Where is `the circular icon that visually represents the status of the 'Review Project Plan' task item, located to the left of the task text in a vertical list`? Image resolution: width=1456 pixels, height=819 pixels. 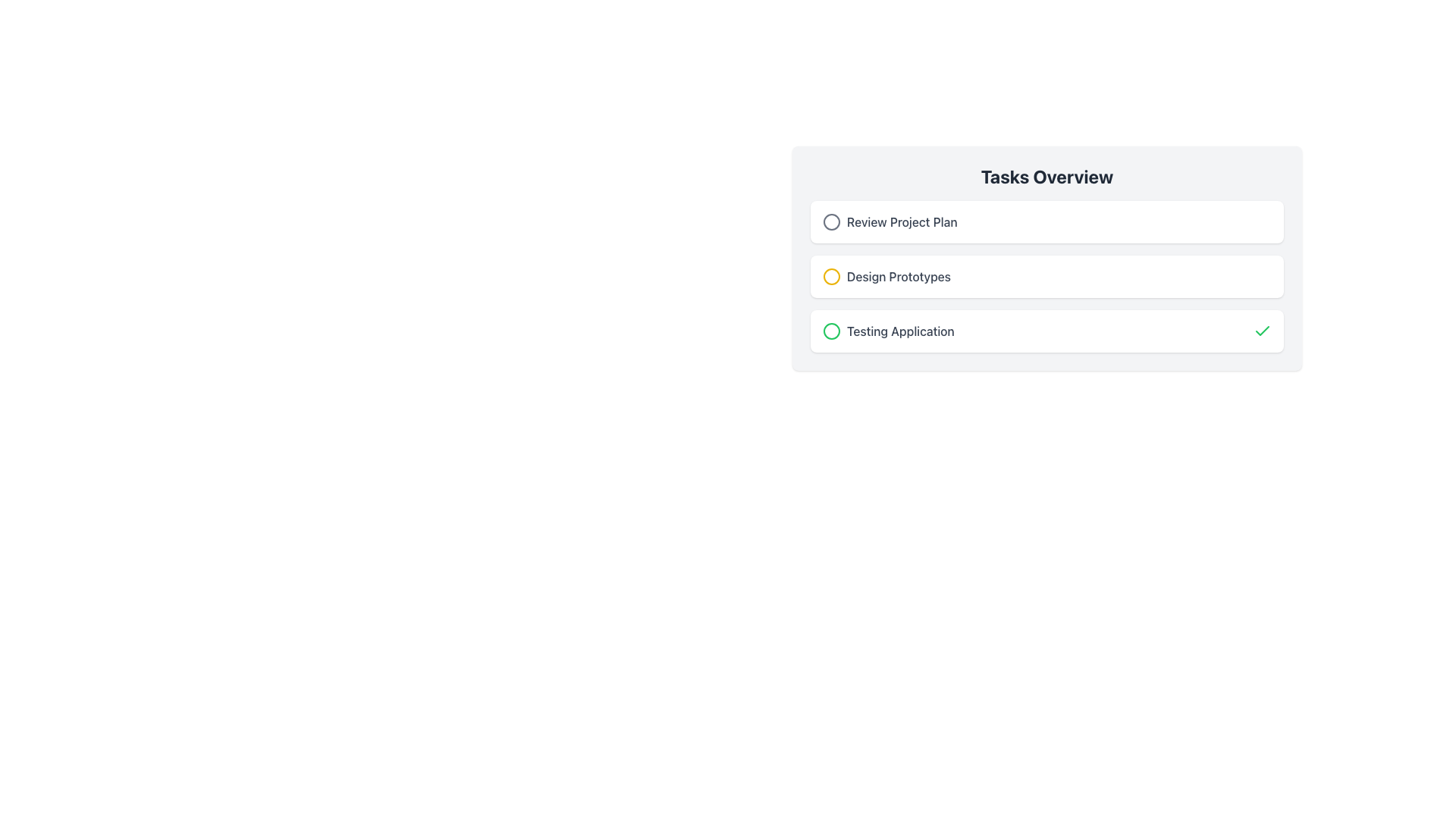 the circular icon that visually represents the status of the 'Review Project Plan' task item, located to the left of the task text in a vertical list is located at coordinates (831, 222).